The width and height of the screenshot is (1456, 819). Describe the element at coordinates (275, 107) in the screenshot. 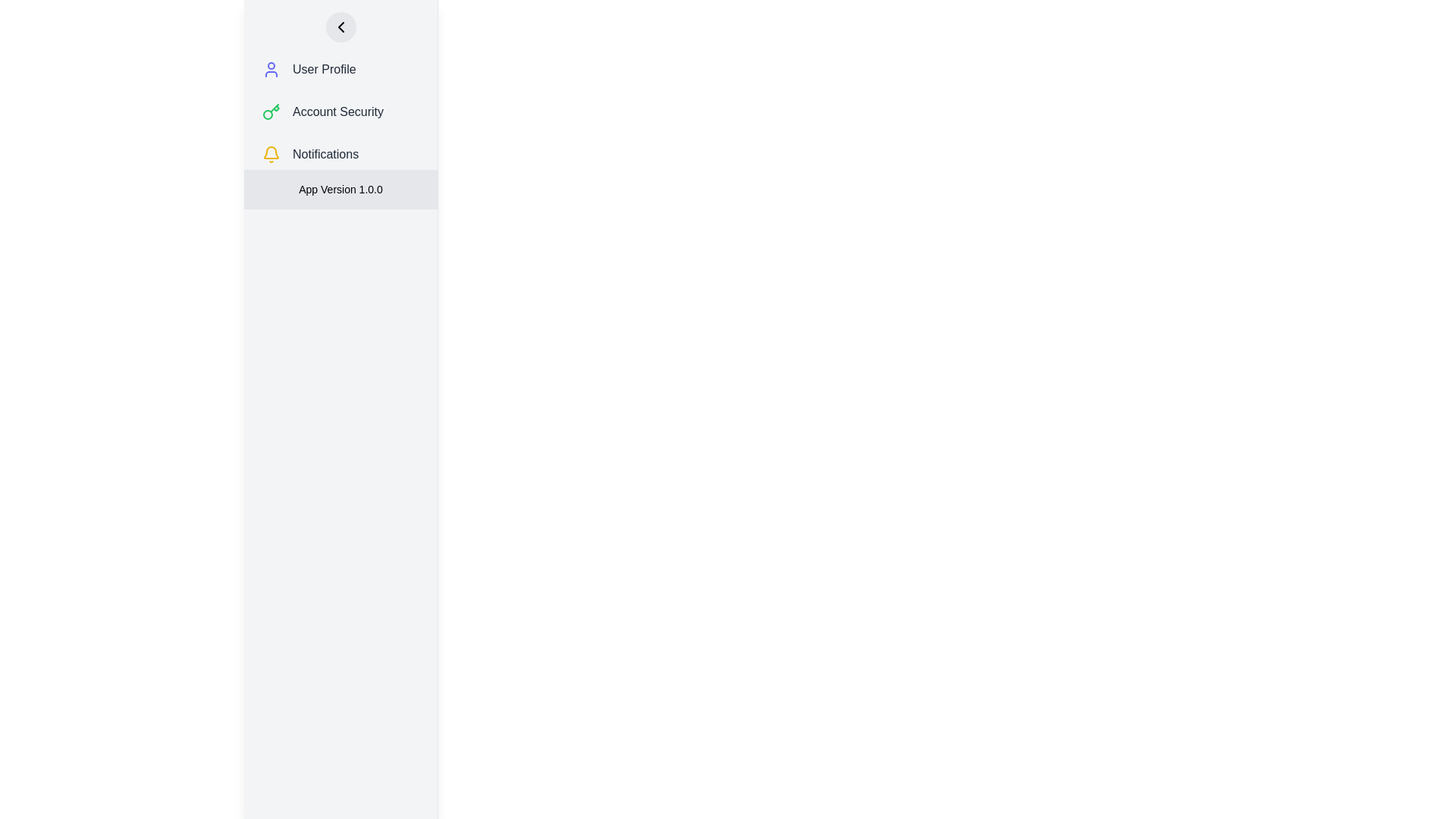

I see `the decorative graphical element representing the shaft of the key icon located at the bottom right corner of the key components` at that location.